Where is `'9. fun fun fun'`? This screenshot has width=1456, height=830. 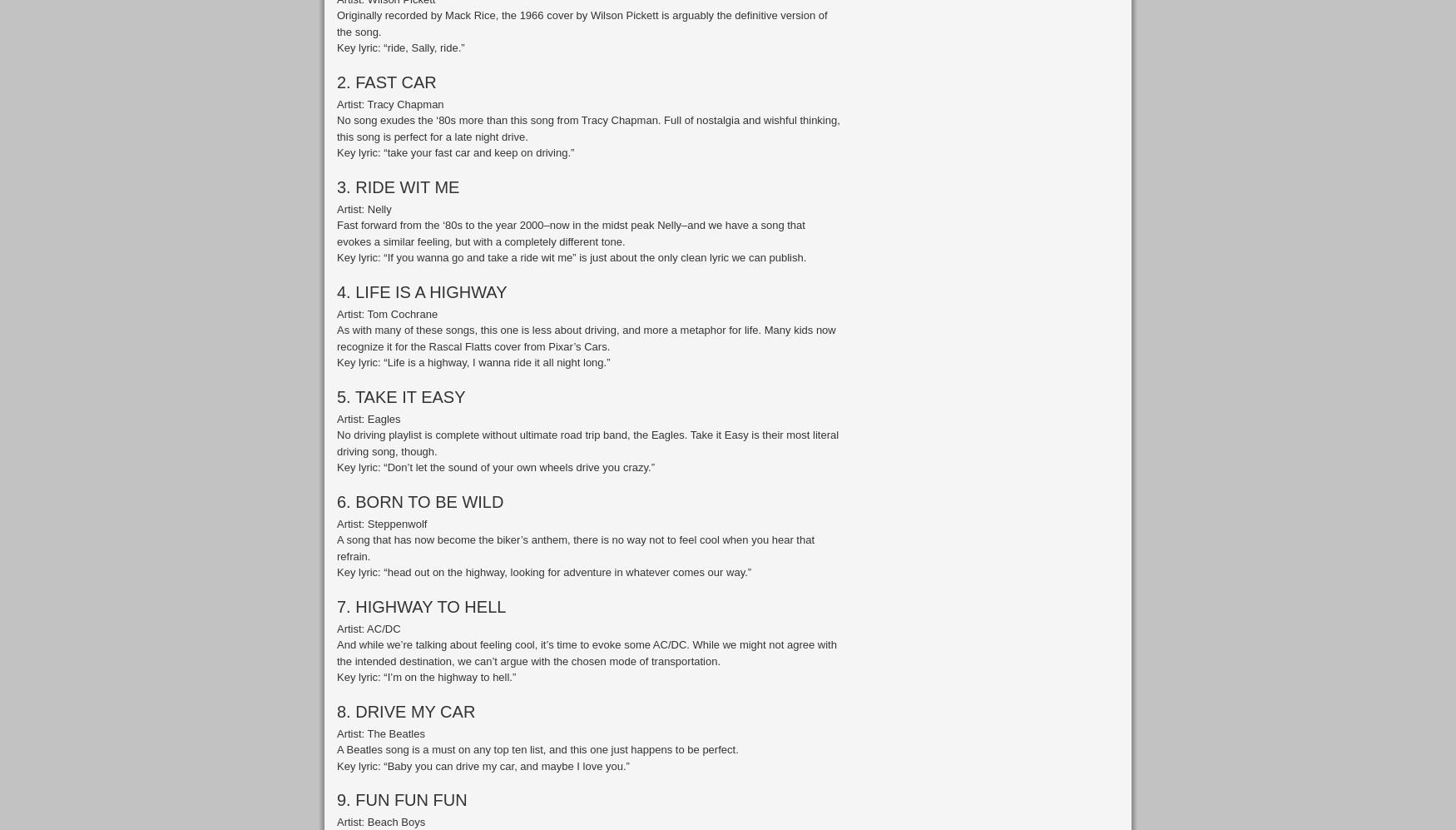
'9. fun fun fun' is located at coordinates (402, 799).